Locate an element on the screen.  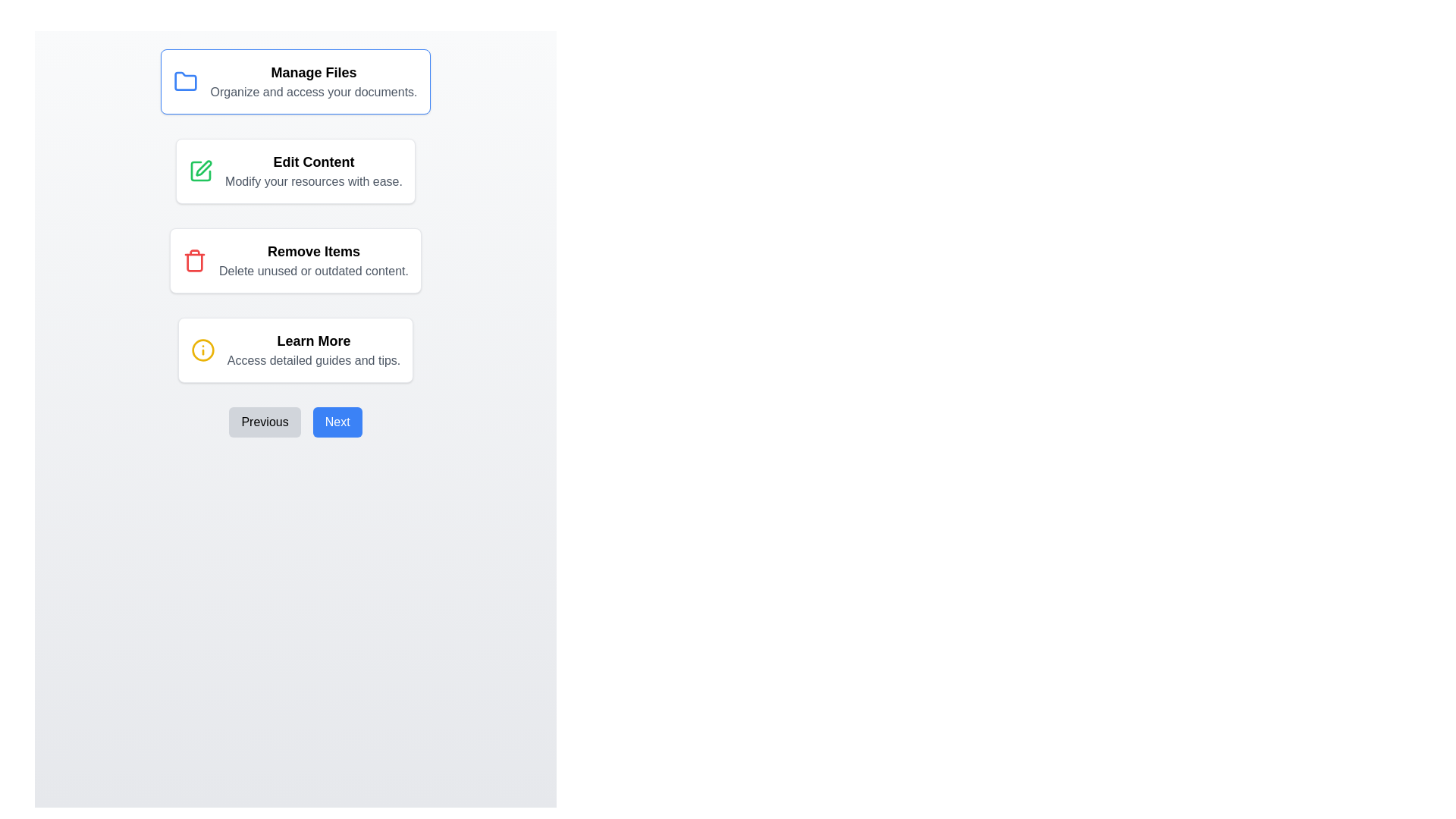
the 'Previous' and 'Next' buttons in the Button Group located at the bottom center of the layout to trigger state changes is located at coordinates (295, 422).